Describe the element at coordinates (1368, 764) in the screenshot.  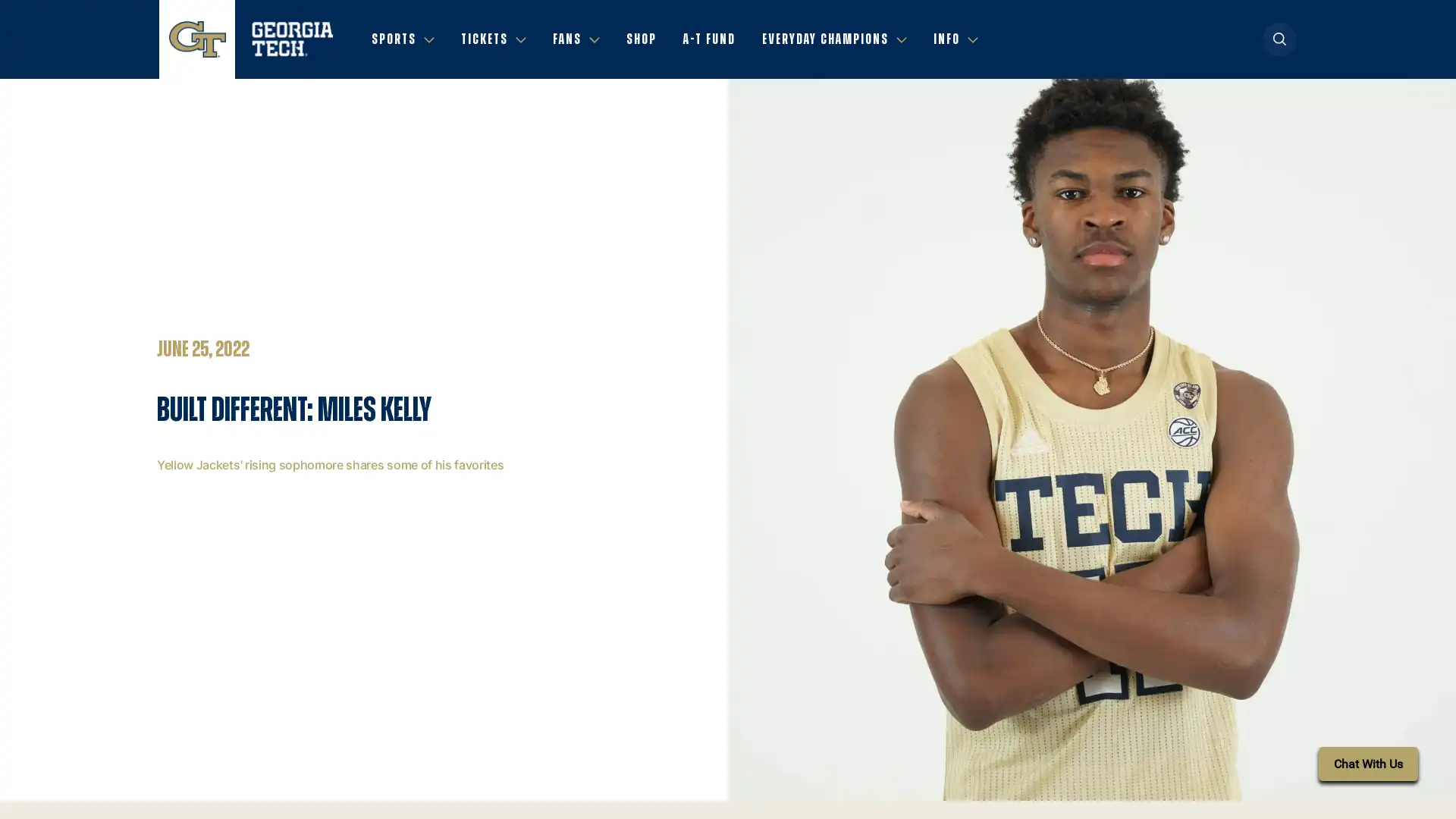
I see `open chat` at that location.